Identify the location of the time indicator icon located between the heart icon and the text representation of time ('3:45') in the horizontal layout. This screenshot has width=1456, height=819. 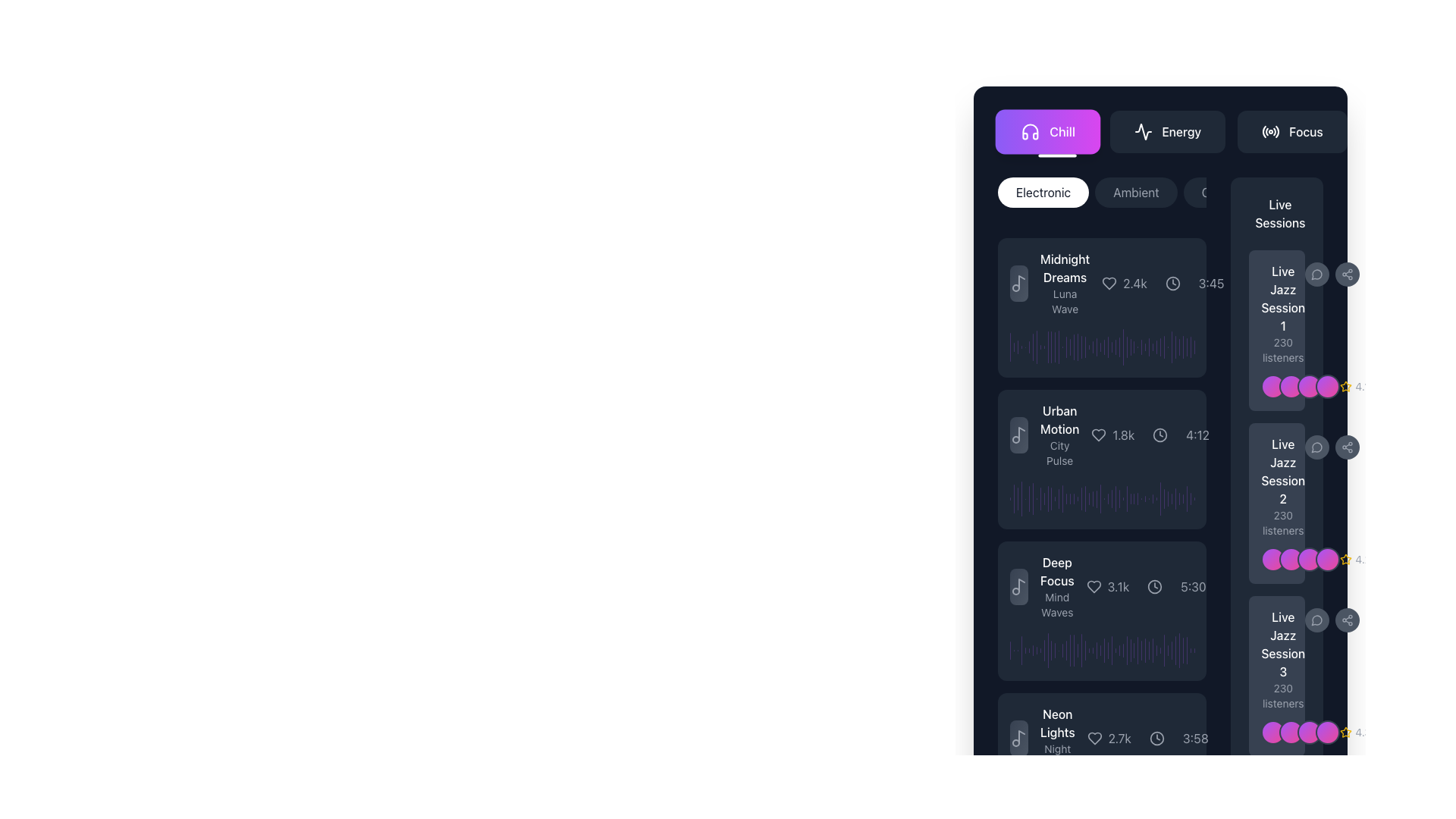
(1172, 284).